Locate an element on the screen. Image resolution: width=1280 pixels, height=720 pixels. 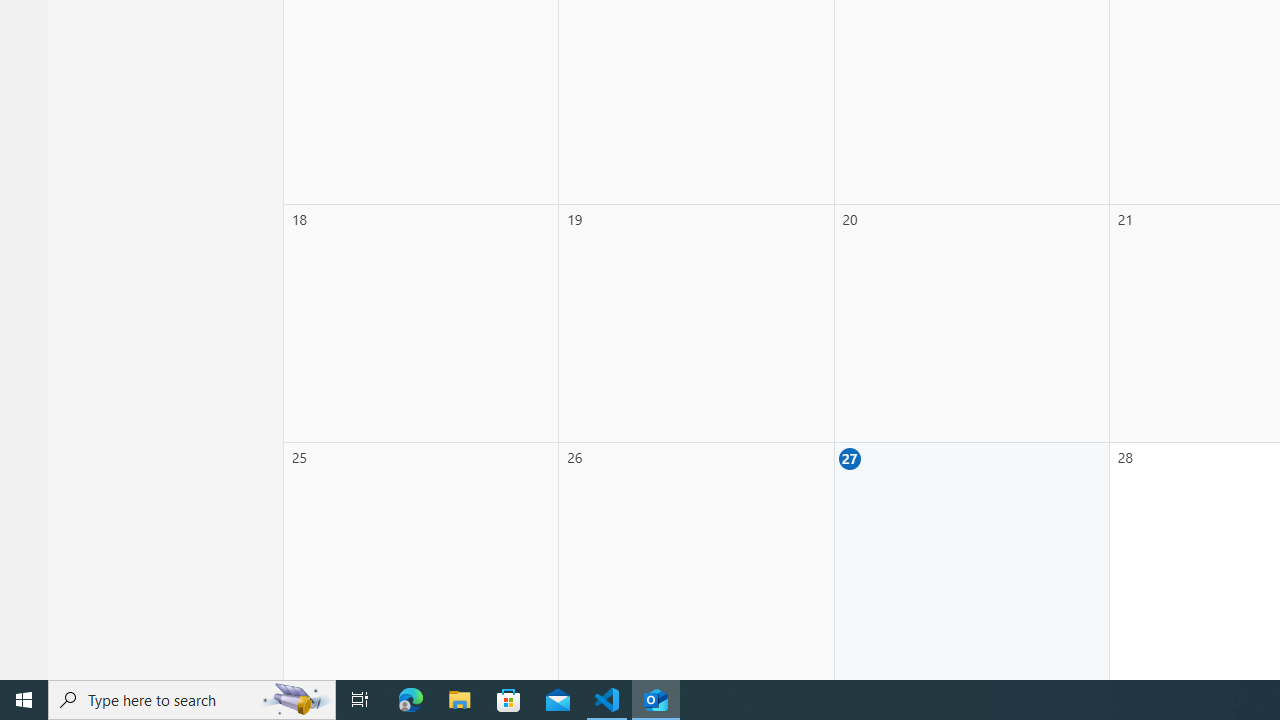
'Outlook (new) - 1 running window' is located at coordinates (656, 698).